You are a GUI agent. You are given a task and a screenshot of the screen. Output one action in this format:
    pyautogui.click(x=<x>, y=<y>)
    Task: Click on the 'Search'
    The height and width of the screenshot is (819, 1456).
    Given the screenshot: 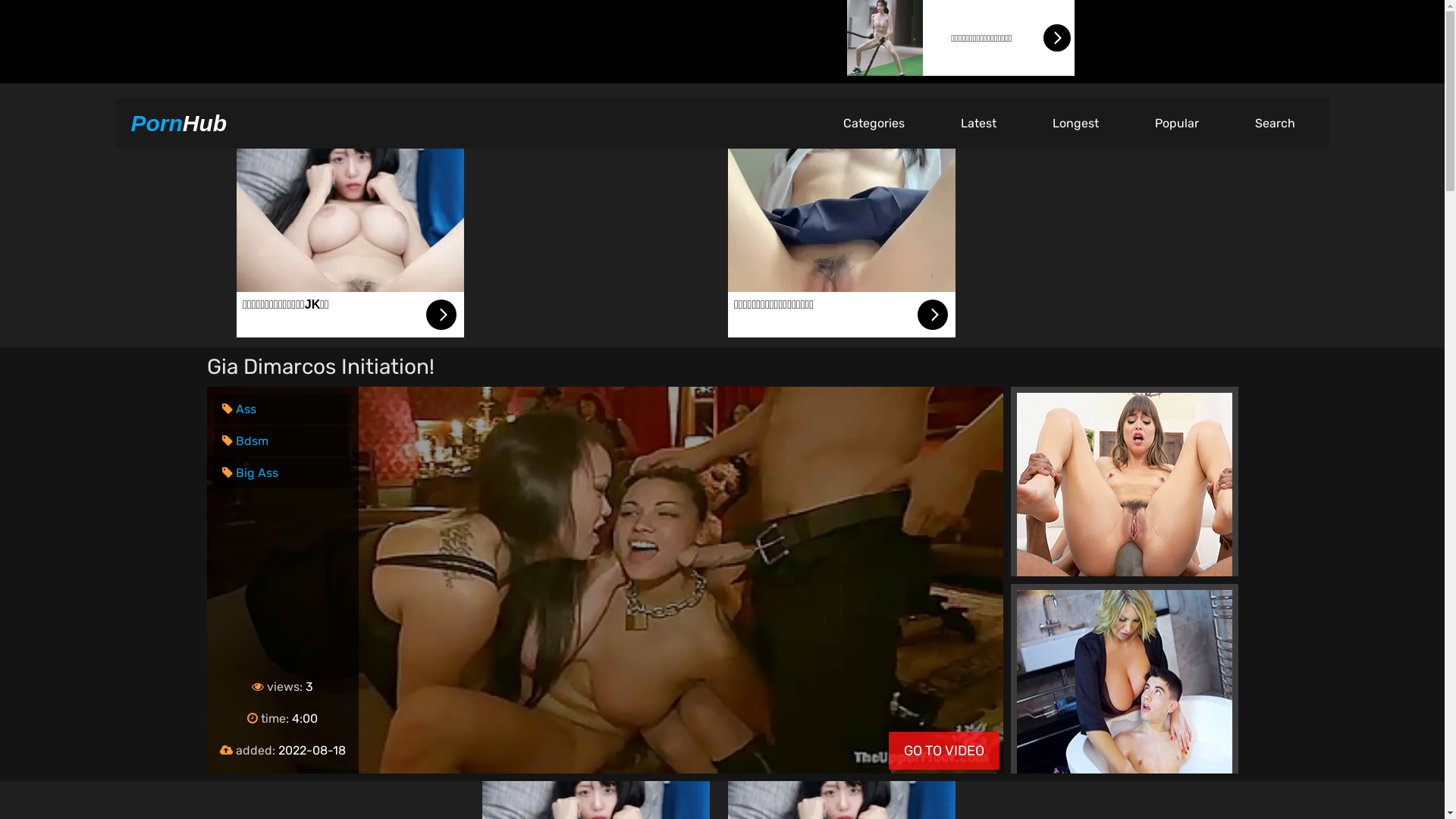 What is the action you would take?
    pyautogui.click(x=1274, y=122)
    